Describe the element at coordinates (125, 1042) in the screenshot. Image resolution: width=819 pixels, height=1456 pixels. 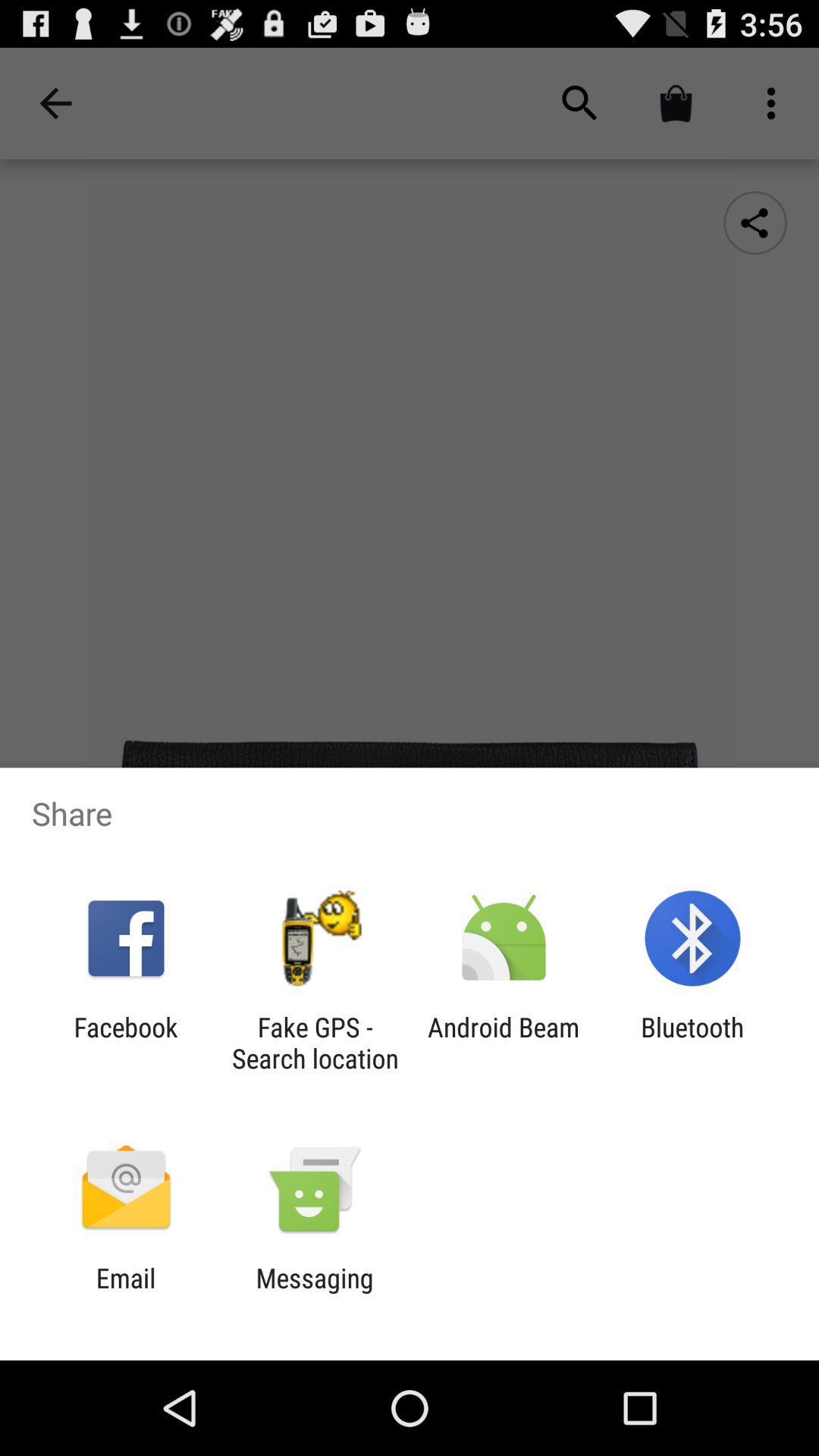
I see `facebook item` at that location.